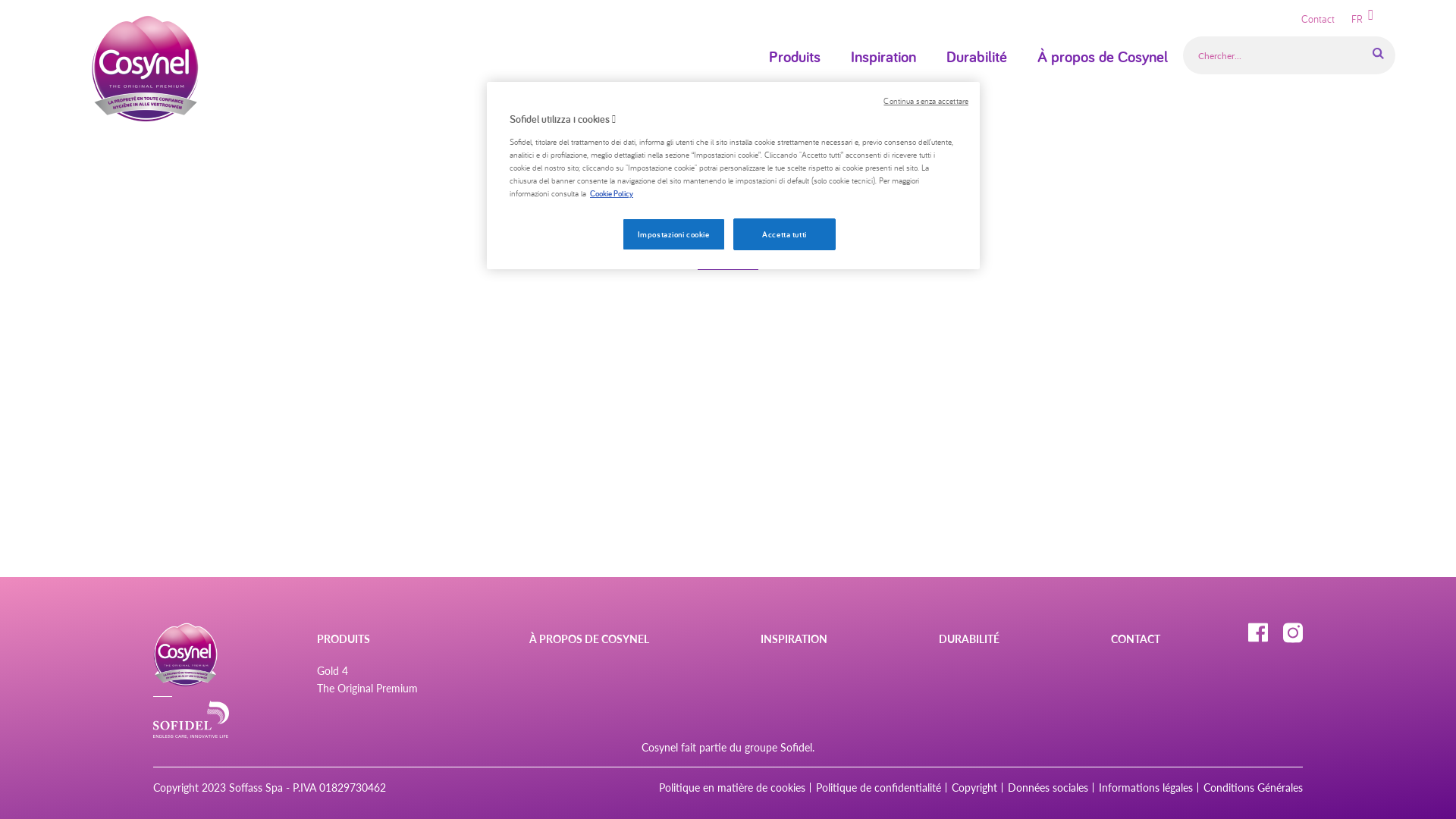 The width and height of the screenshot is (1456, 819). I want to click on 'Inspiration', so click(883, 55).